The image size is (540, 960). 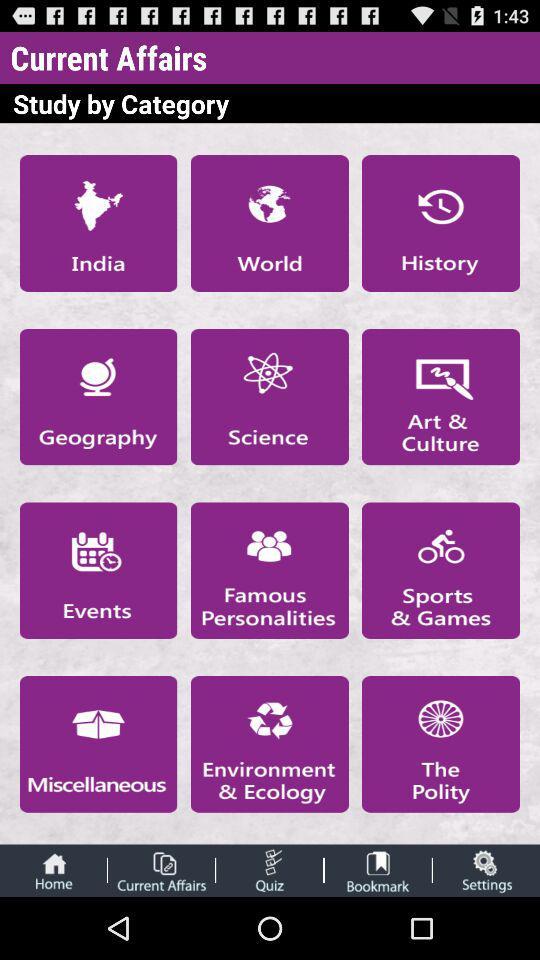 I want to click on study sports and games category, so click(x=441, y=570).